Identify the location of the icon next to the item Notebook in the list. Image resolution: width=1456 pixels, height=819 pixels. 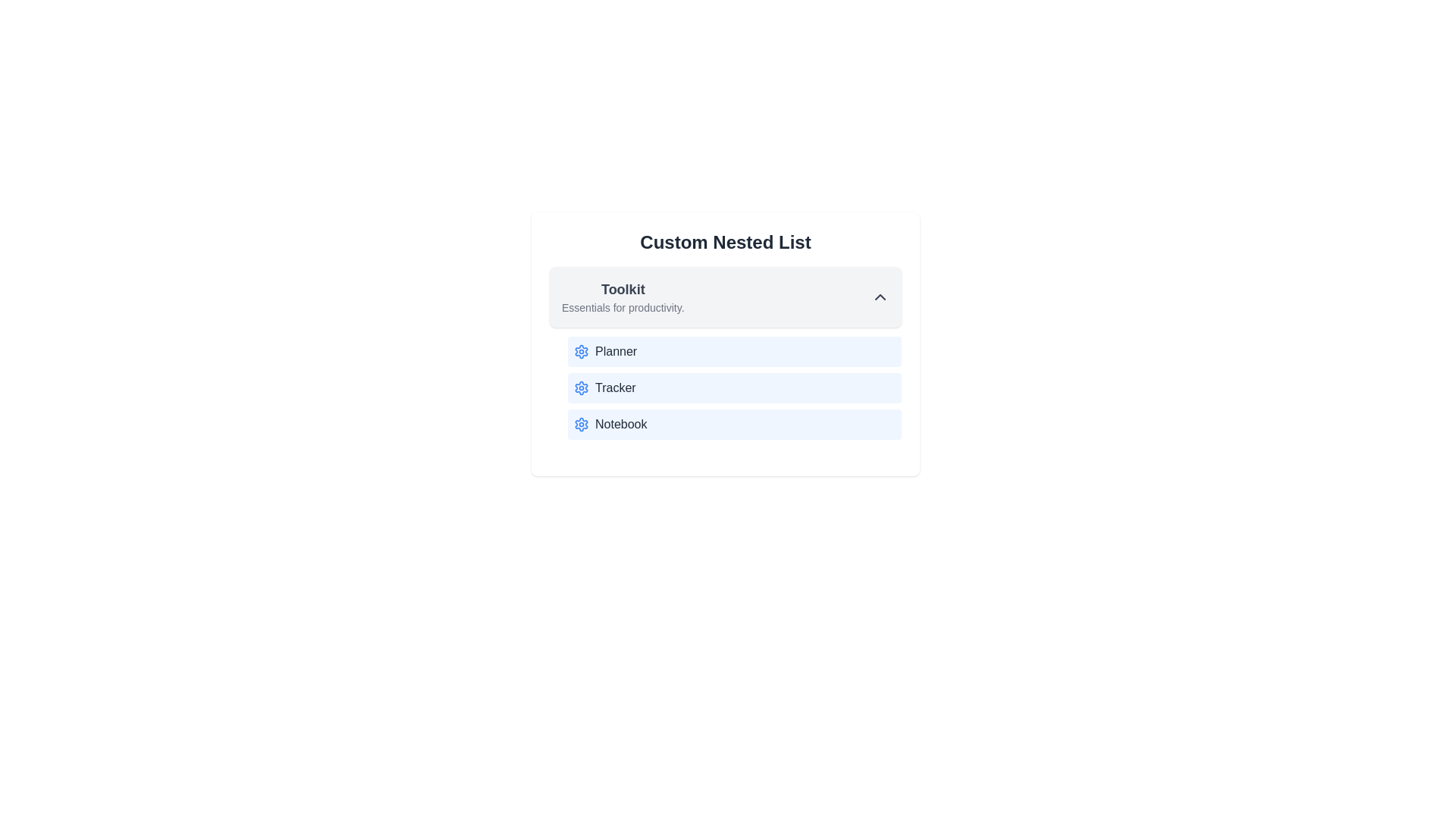
(581, 424).